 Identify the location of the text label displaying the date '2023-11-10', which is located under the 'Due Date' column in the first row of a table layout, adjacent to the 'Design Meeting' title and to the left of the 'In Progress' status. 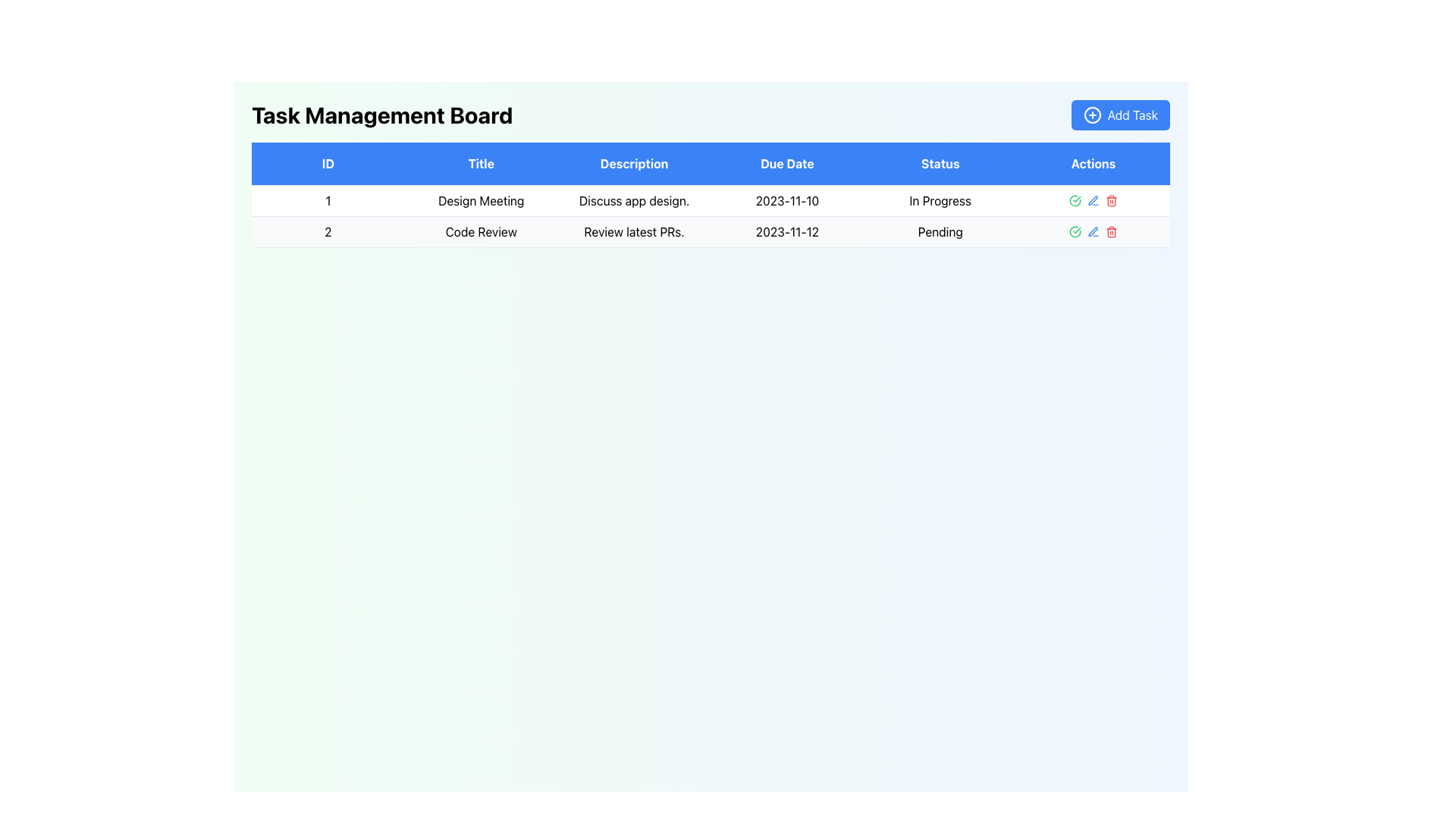
(787, 200).